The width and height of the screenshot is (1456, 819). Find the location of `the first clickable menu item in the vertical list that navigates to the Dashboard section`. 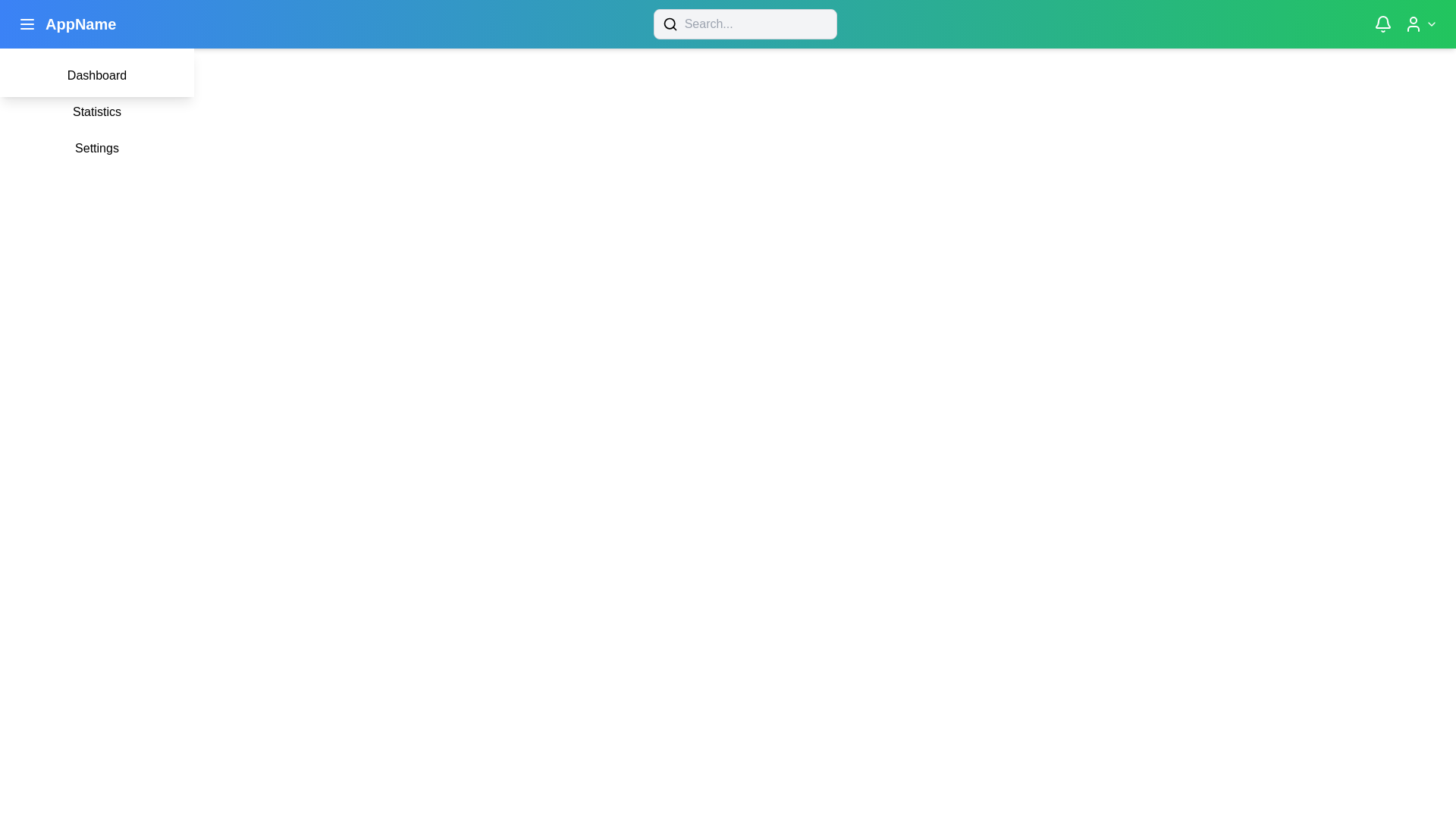

the first clickable menu item in the vertical list that navigates to the Dashboard section is located at coordinates (96, 76).